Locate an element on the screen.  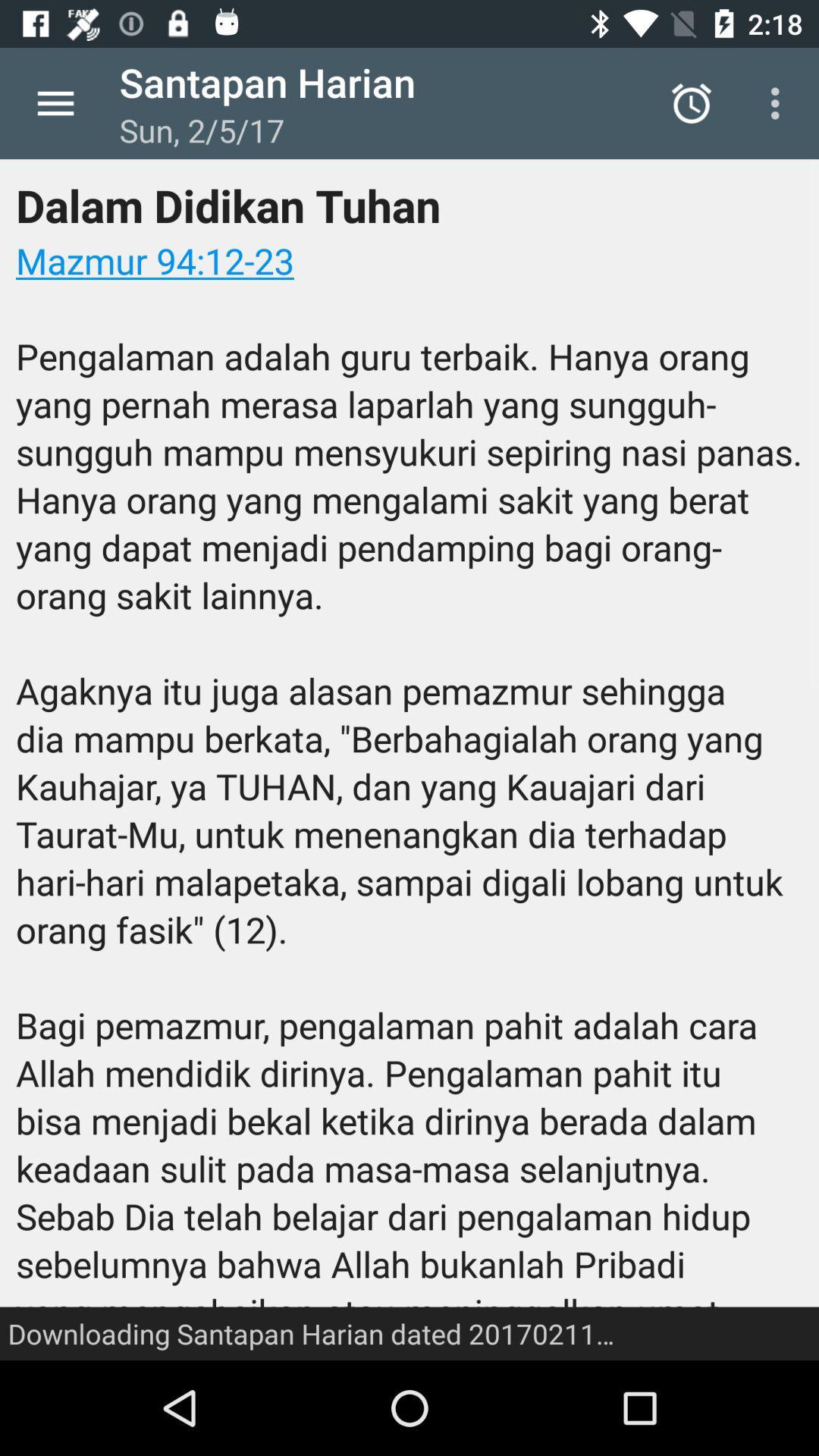
the icon to the right of santapan harian is located at coordinates (691, 102).